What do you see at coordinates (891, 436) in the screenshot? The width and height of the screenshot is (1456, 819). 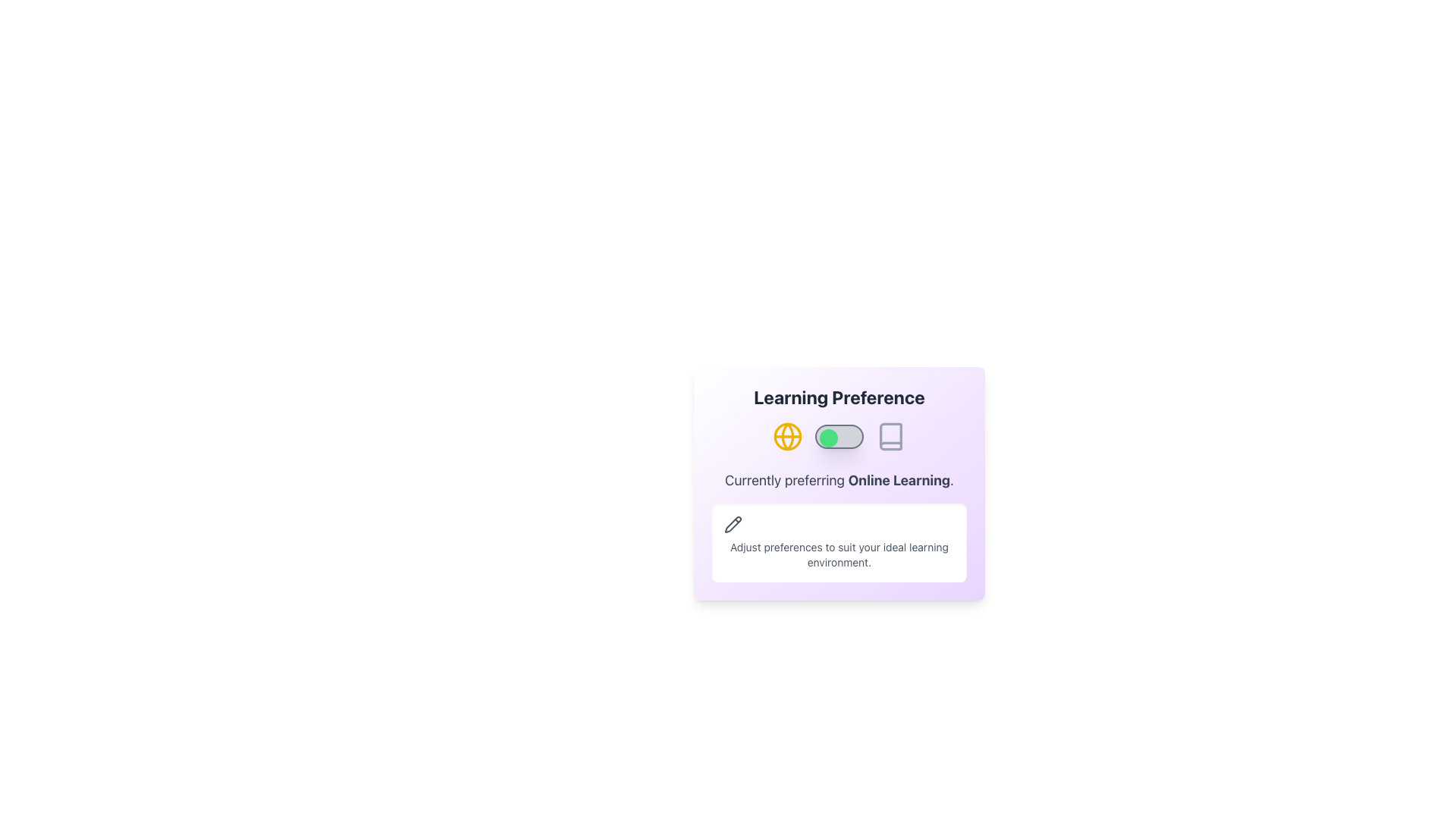 I see `the vector graphic icon of a book, which is the third icon in a horizontal row inside the 'Learning Preference' card` at bounding box center [891, 436].